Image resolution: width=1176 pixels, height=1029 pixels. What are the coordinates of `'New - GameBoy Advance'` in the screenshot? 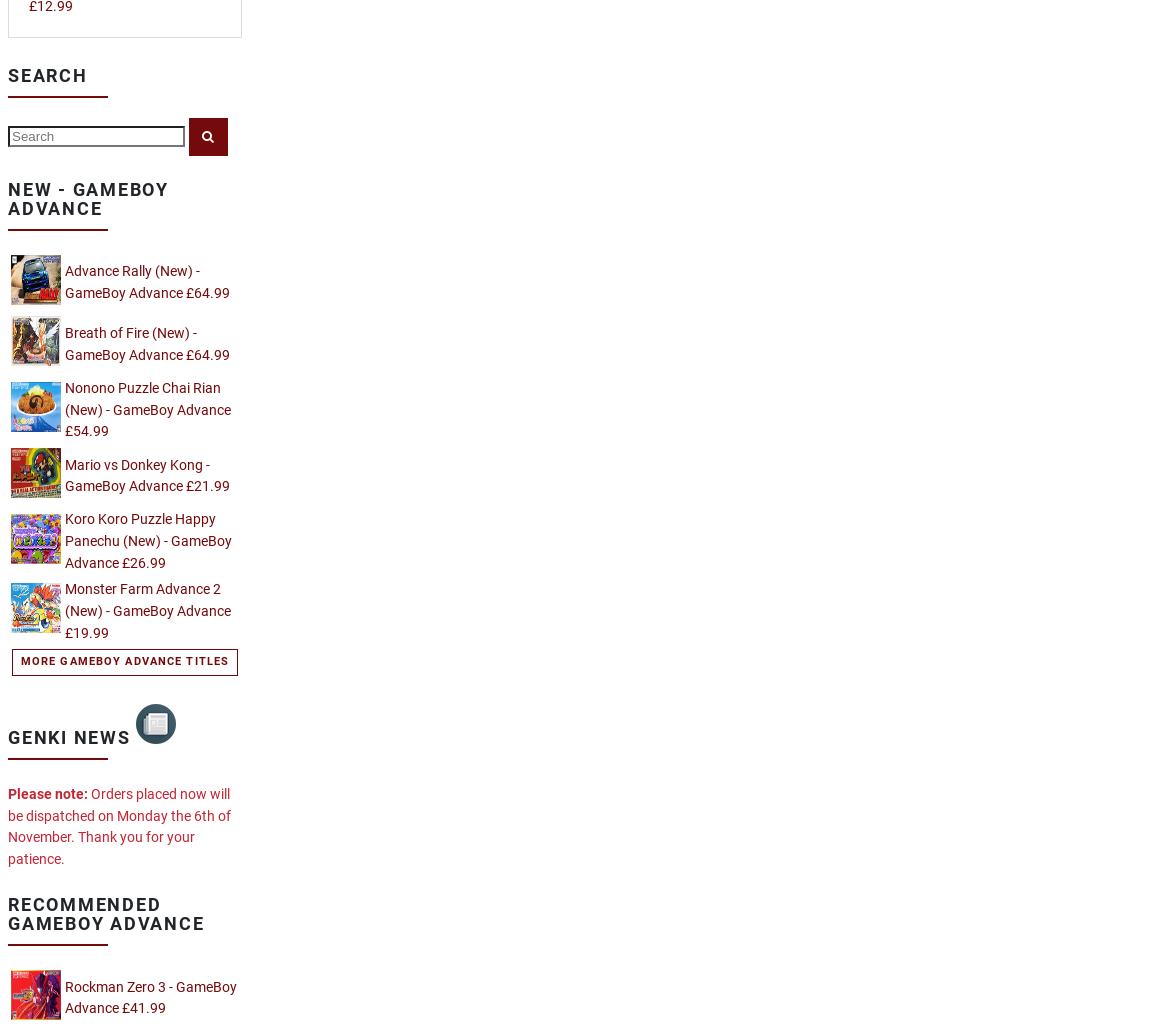 It's located at (87, 198).